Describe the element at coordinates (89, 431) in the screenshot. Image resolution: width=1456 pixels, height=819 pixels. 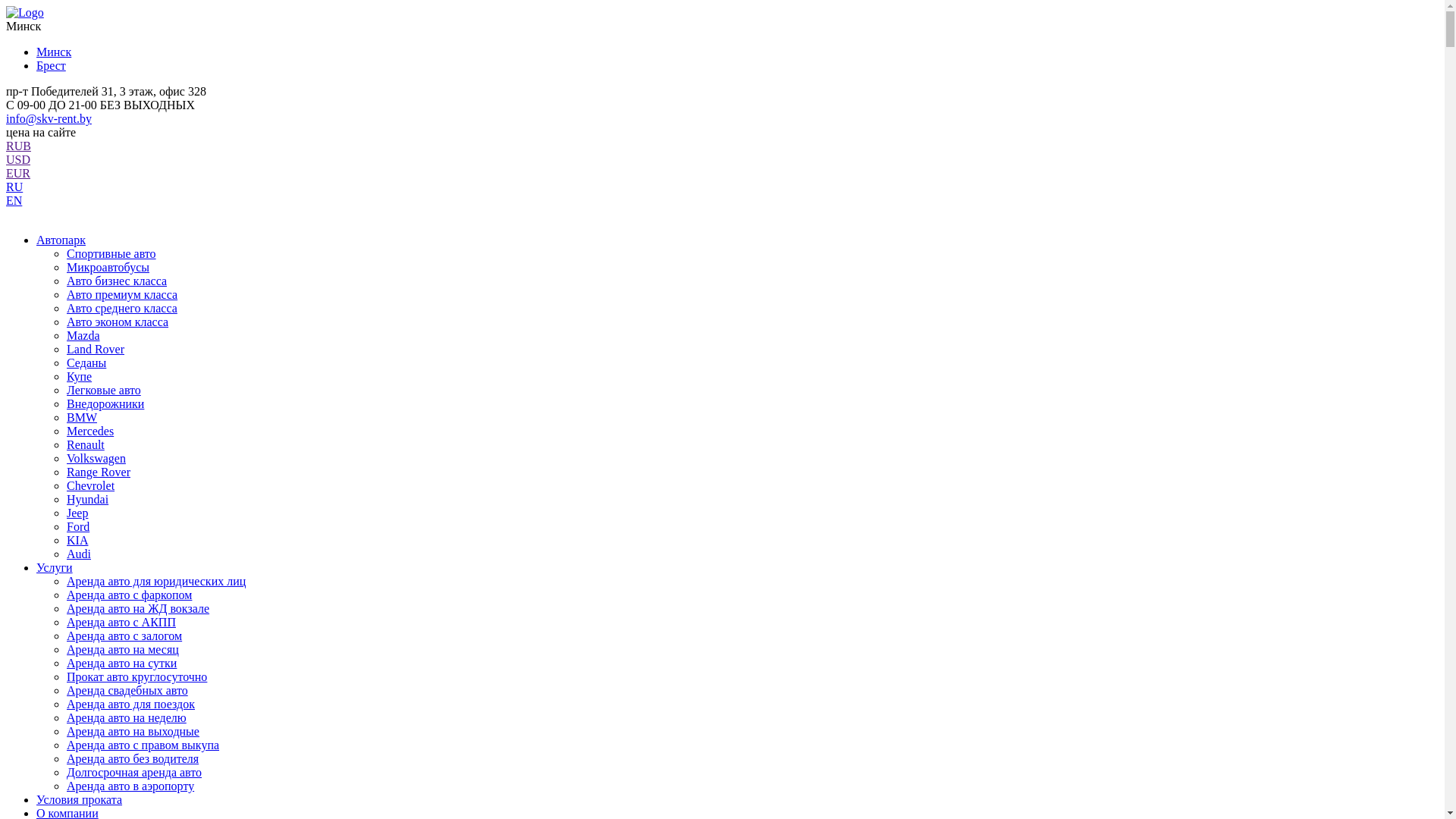
I see `'Mercedes'` at that location.